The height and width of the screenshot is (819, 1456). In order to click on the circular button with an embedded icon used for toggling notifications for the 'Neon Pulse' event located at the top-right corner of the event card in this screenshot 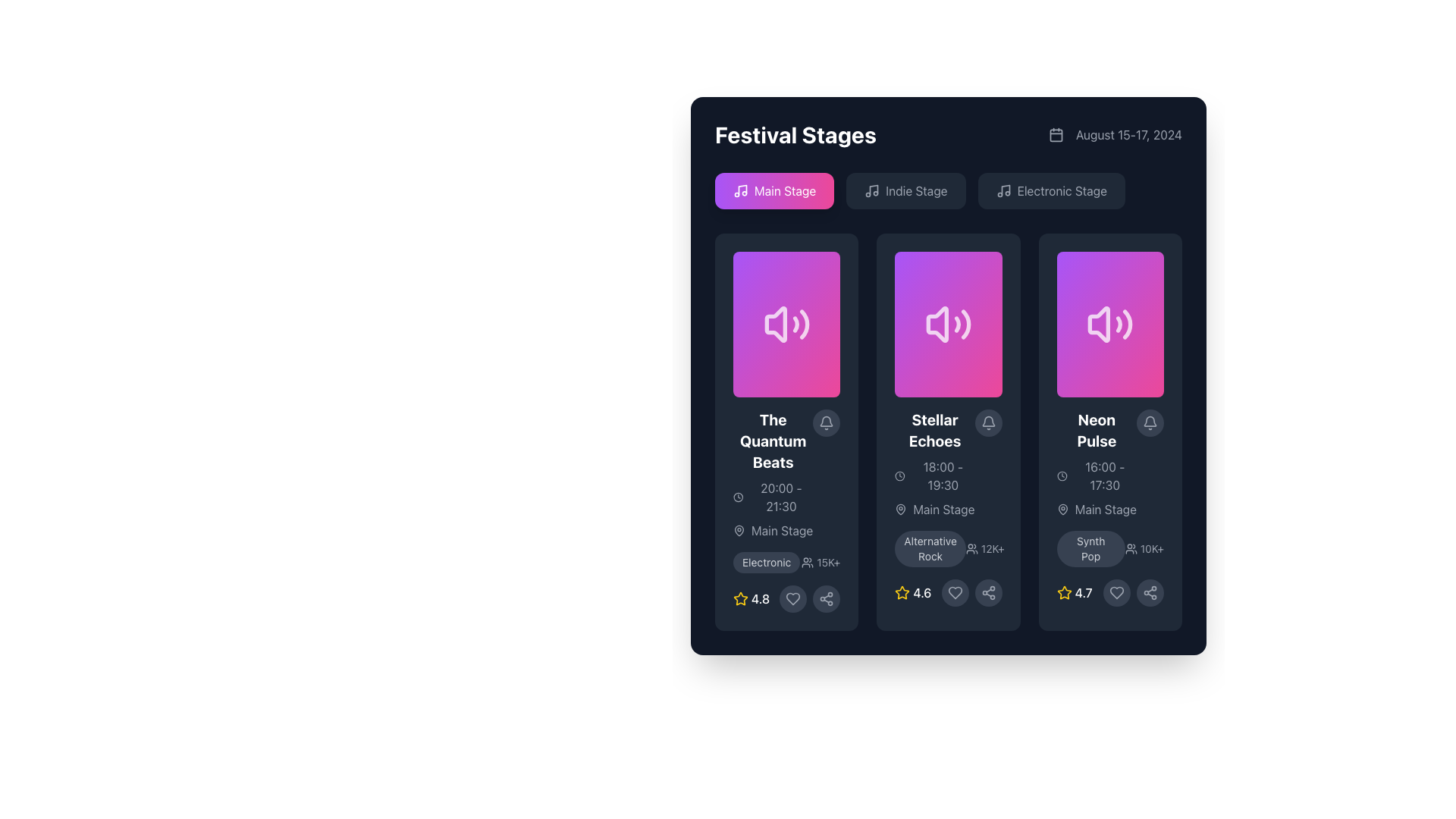, I will do `click(1150, 423)`.